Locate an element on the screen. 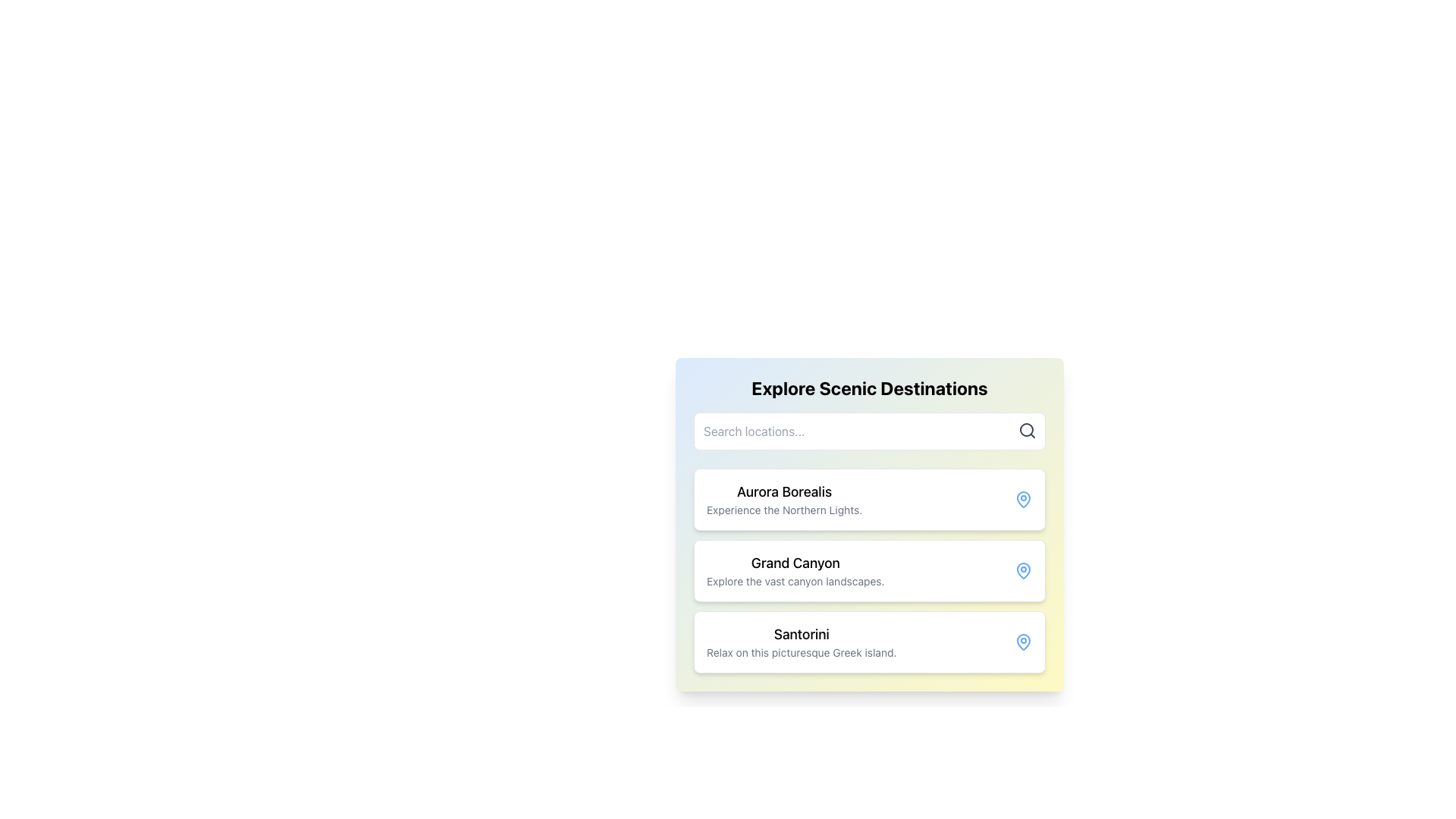  the text label 'Aurora Borealis' which is styled in a medium-weight font and located at the top of a card component within the 'Explore Scenic Destinations' section is located at coordinates (784, 491).